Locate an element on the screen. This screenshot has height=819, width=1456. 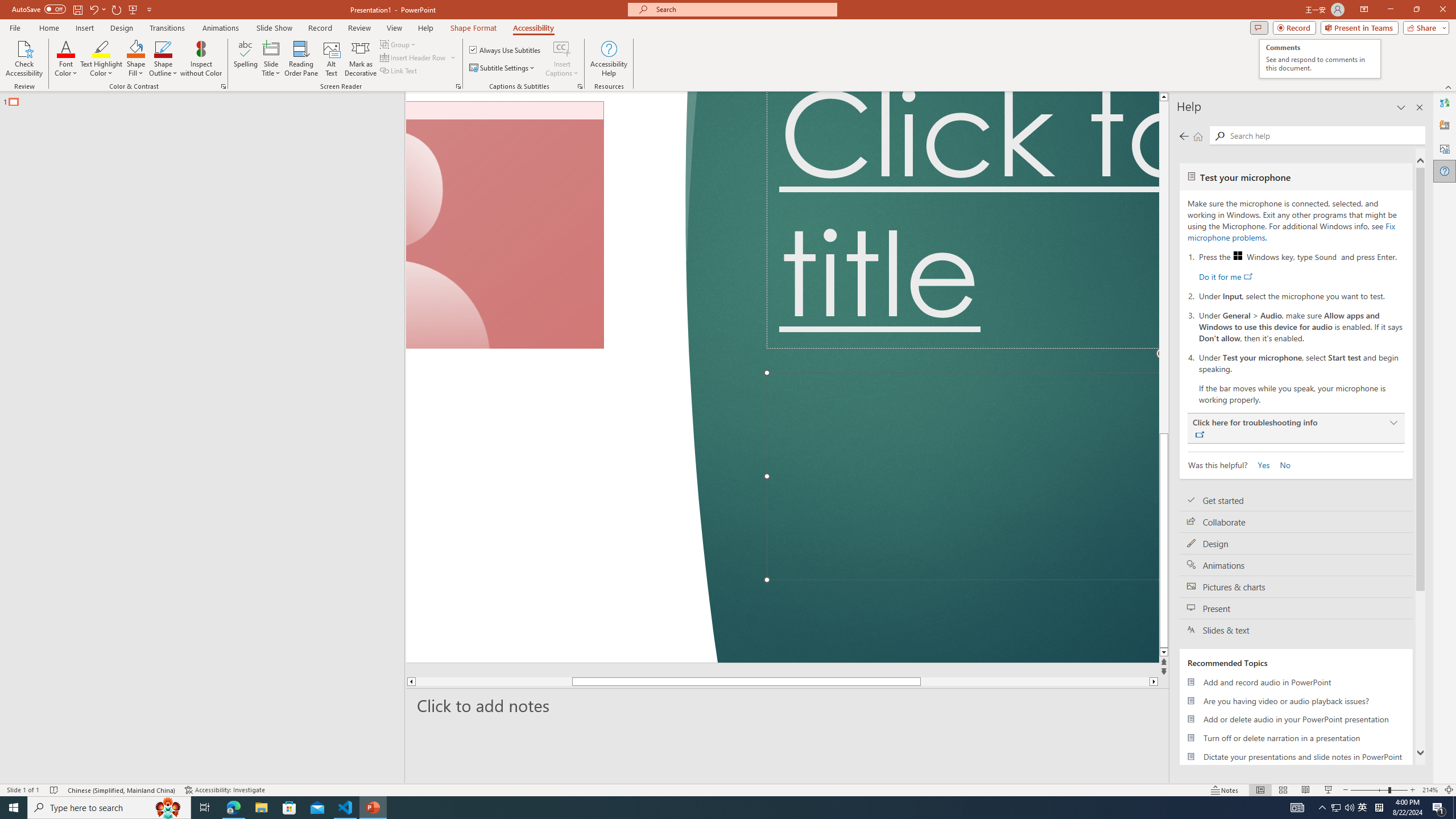
'Turn off or delete narration in a presentation' is located at coordinates (1296, 738).